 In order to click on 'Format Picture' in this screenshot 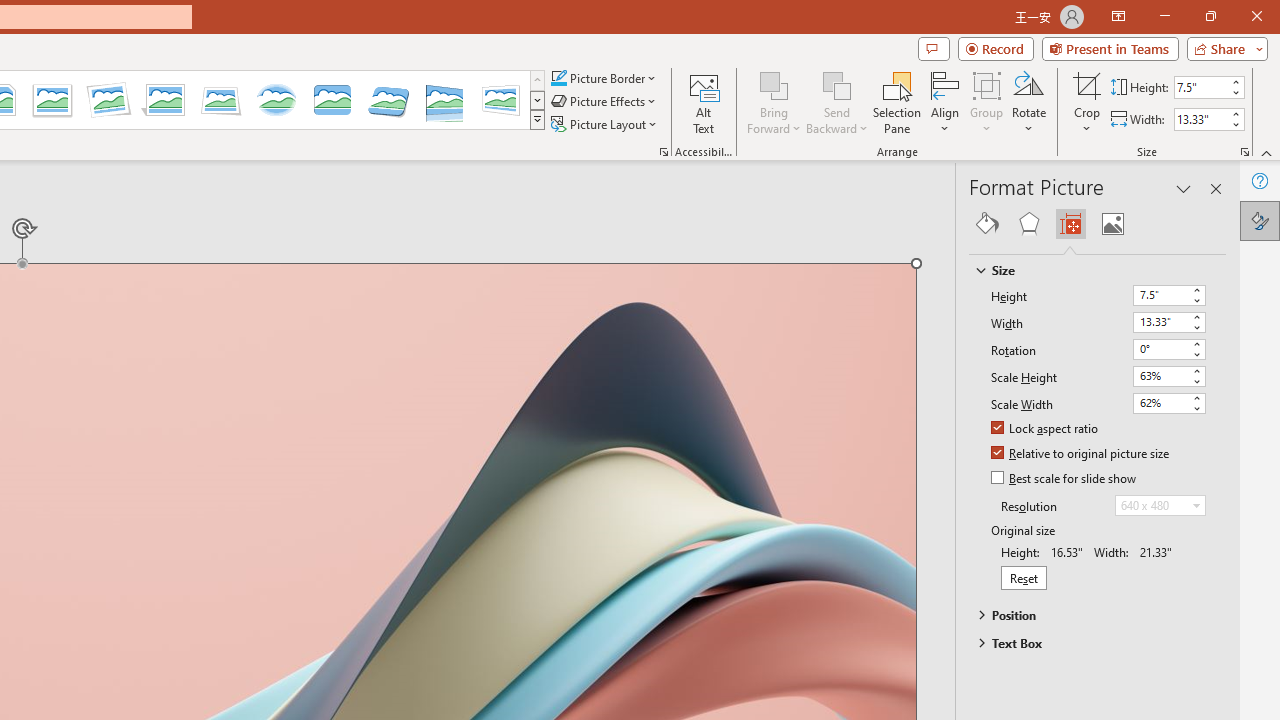, I will do `click(1259, 221)`.